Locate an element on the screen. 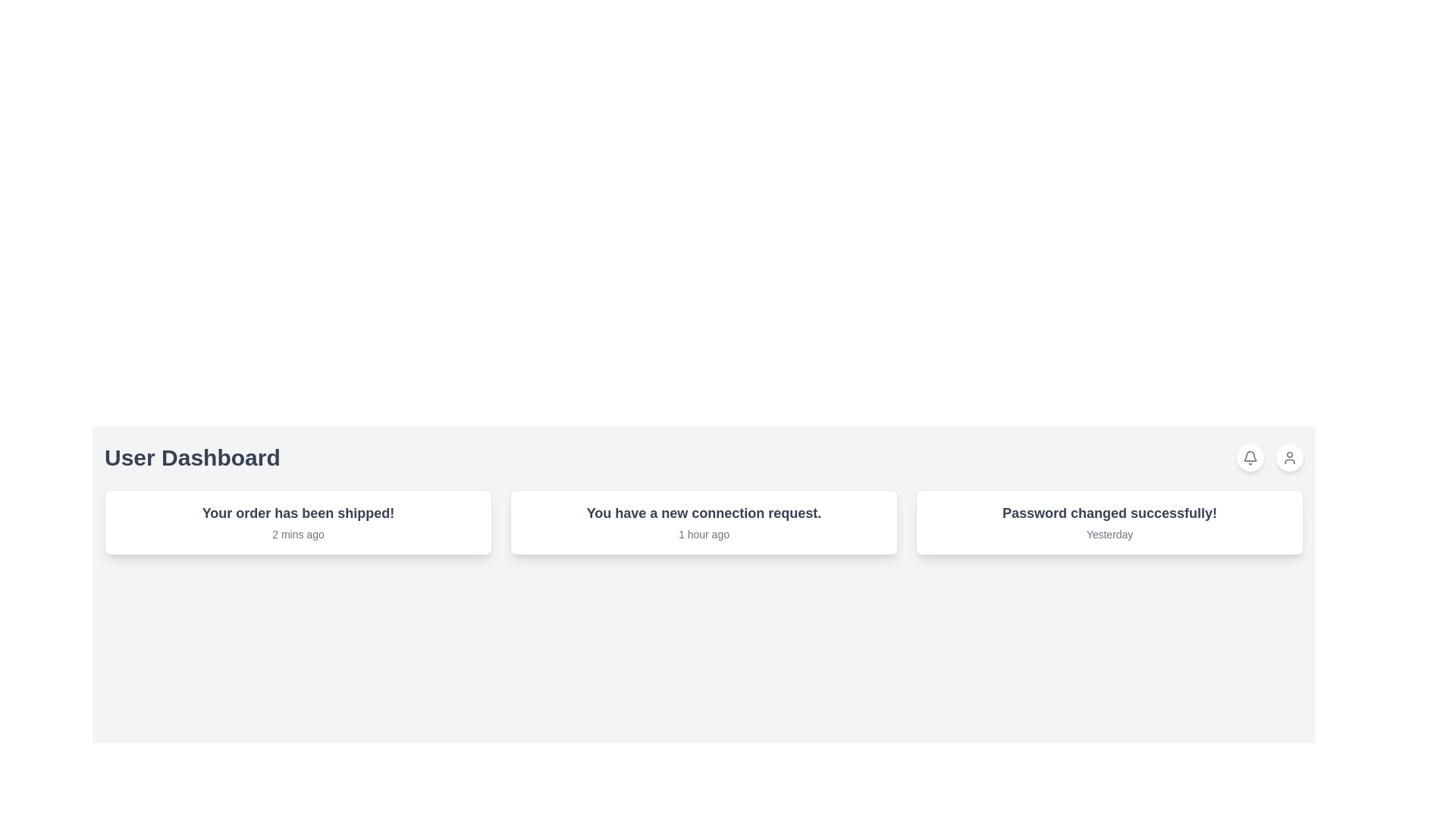 This screenshot has height=819, width=1456. the notification text label that informs the user about a new connection request, located in the upper-middle section of the middle card on the dashboard is located at coordinates (703, 513).